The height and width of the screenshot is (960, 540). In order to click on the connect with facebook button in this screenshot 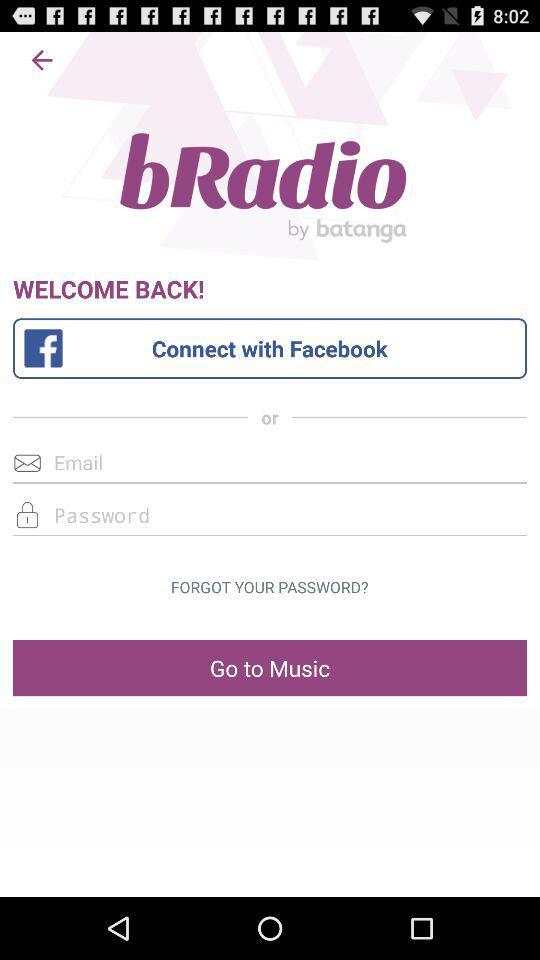, I will do `click(269, 348)`.